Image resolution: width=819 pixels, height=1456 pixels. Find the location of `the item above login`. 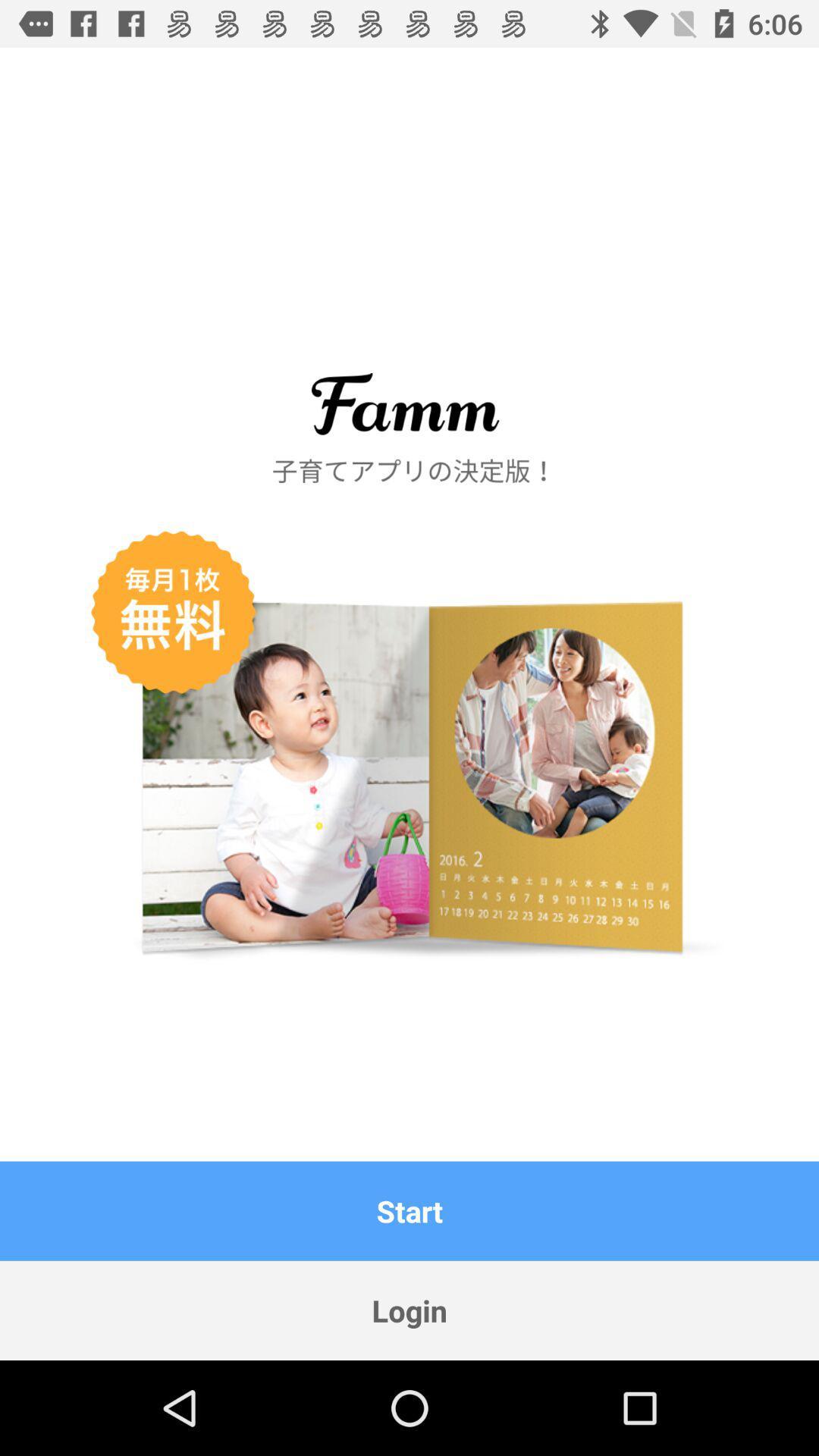

the item above login is located at coordinates (409, 1210).